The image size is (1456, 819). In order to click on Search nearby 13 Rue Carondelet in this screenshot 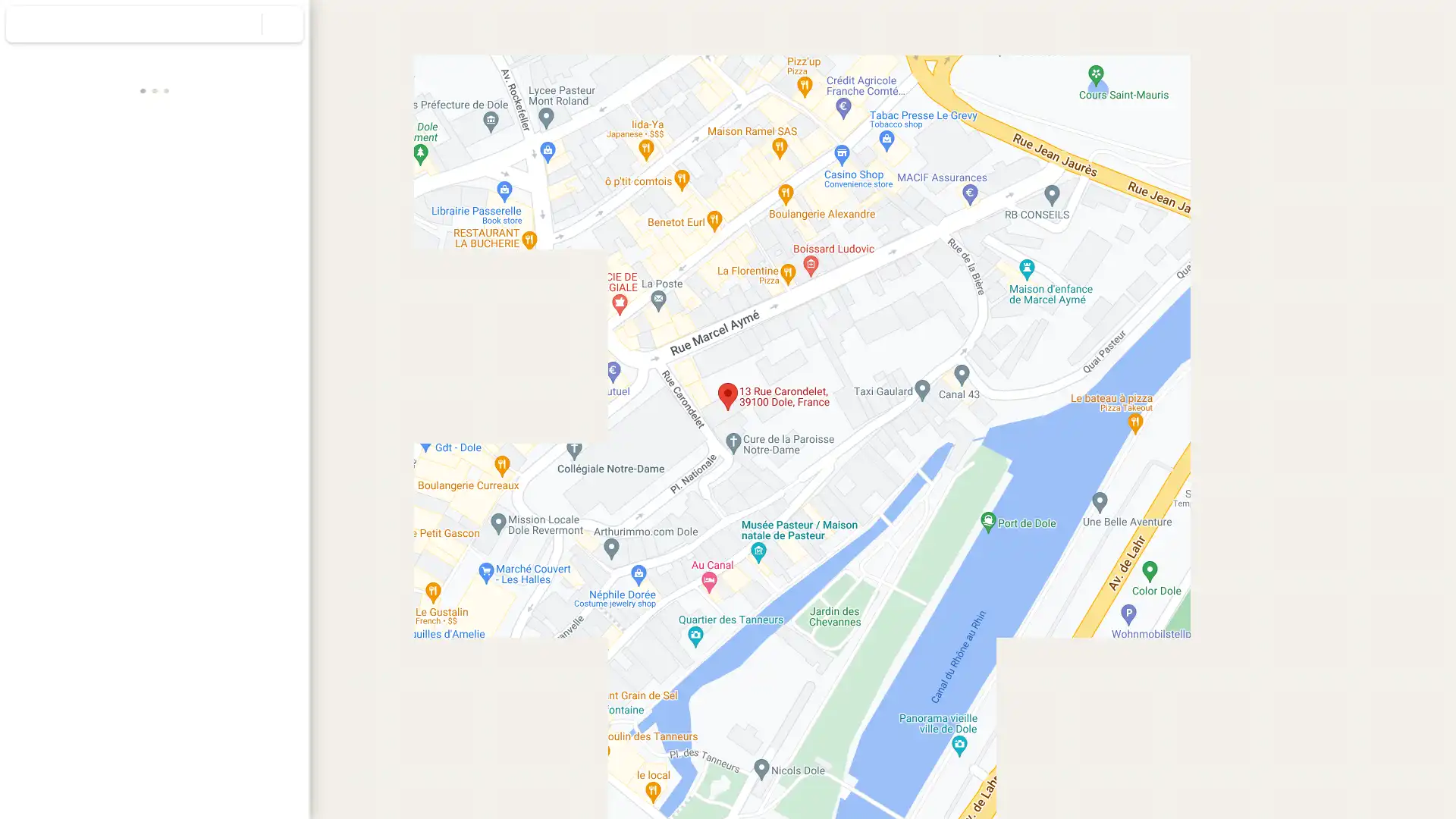, I will do `click(154, 275)`.